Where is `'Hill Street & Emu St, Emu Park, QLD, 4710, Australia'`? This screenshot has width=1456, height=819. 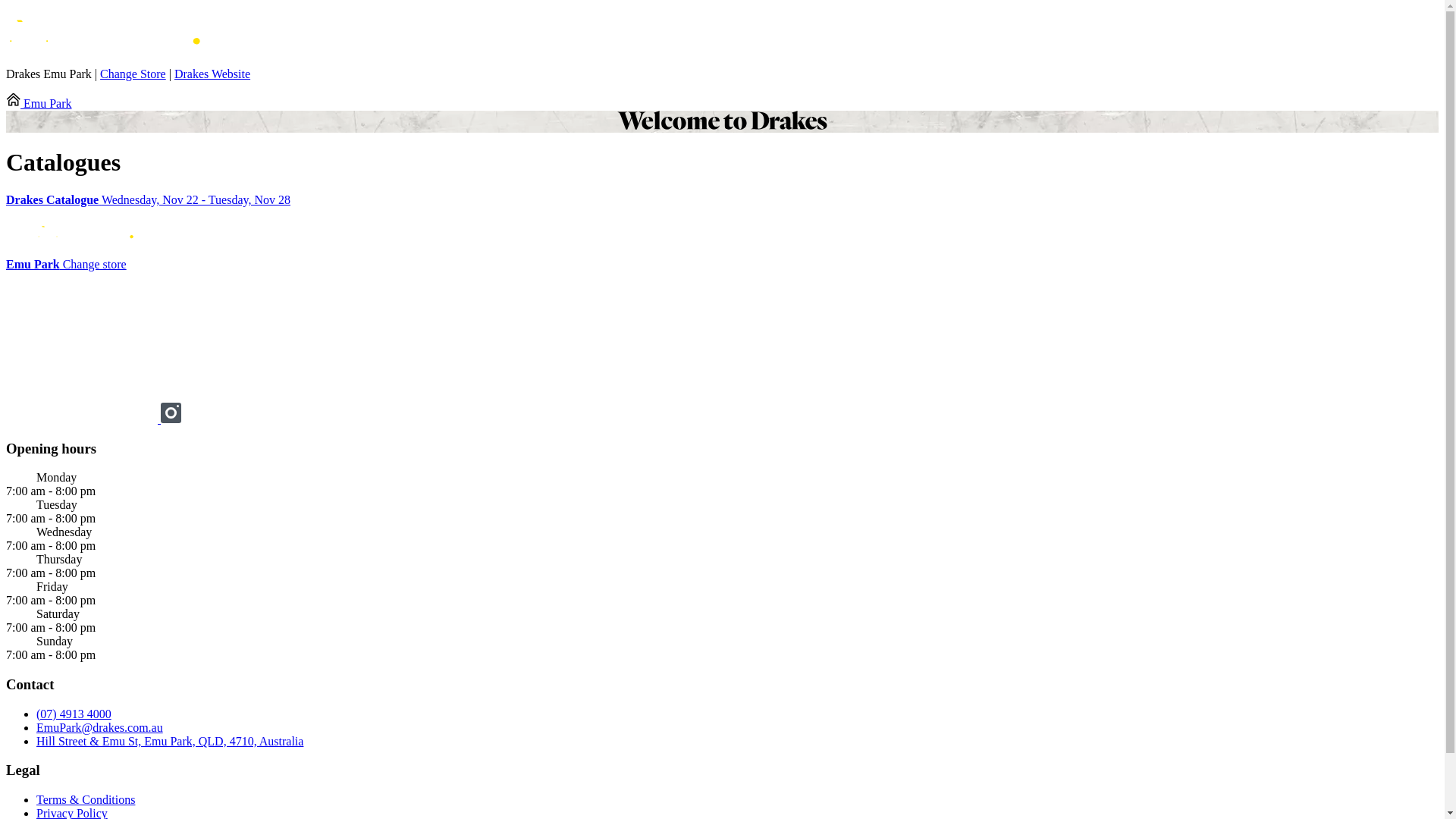
'Hill Street & Emu St, Emu Park, QLD, 4710, Australia' is located at coordinates (170, 740).